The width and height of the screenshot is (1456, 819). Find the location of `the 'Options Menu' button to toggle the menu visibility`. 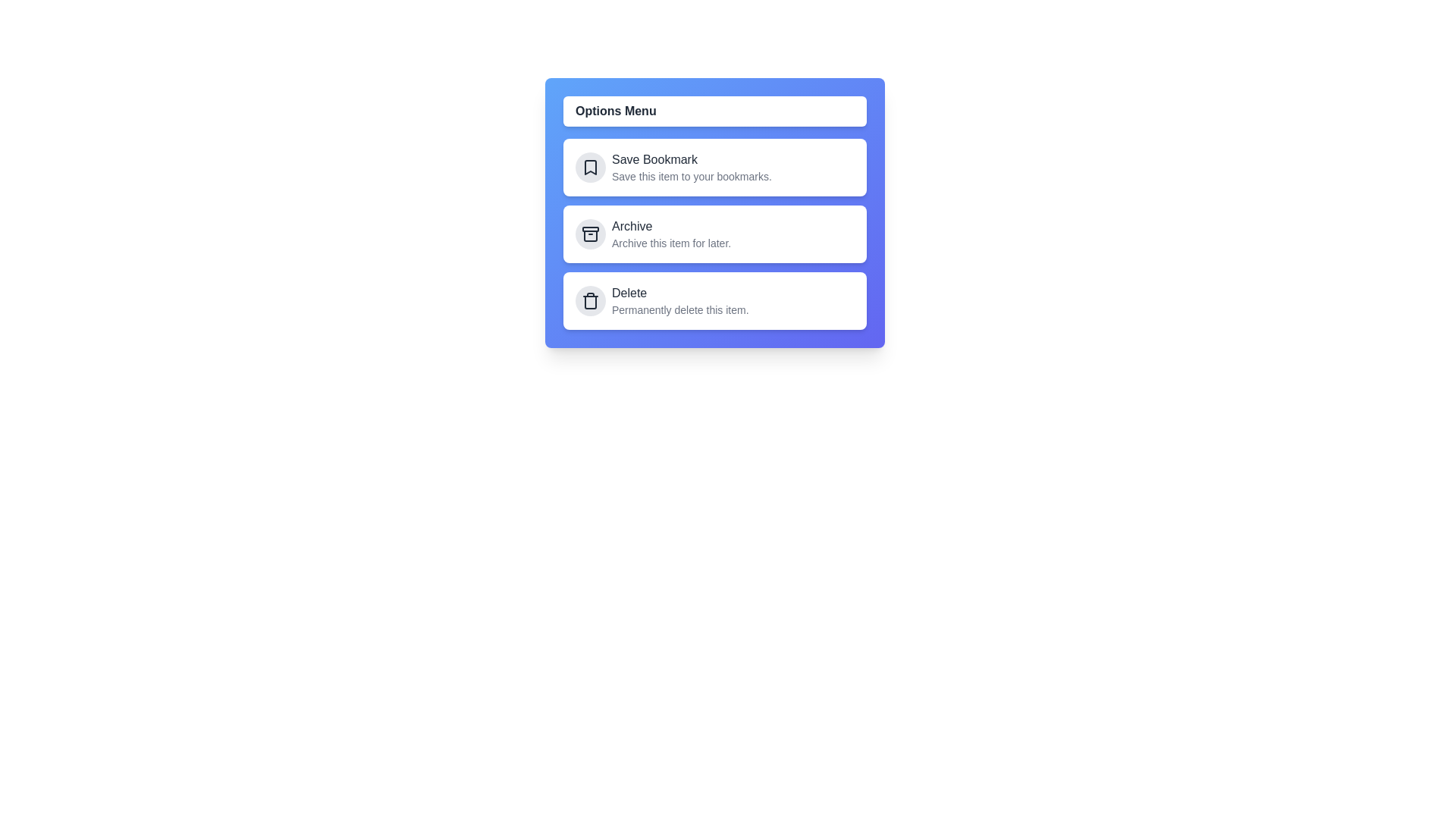

the 'Options Menu' button to toggle the menu visibility is located at coordinates (714, 110).